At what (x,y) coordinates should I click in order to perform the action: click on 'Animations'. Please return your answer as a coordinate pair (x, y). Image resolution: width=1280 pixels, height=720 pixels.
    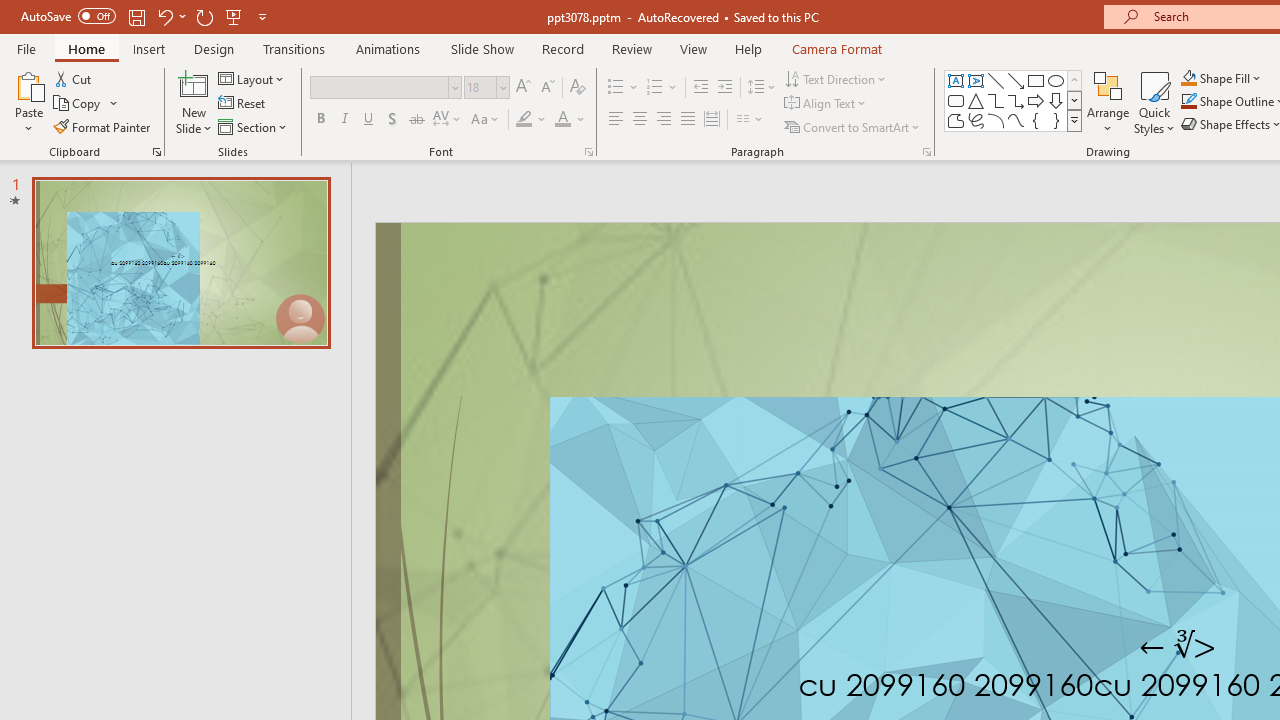
    Looking at the image, I should click on (388, 48).